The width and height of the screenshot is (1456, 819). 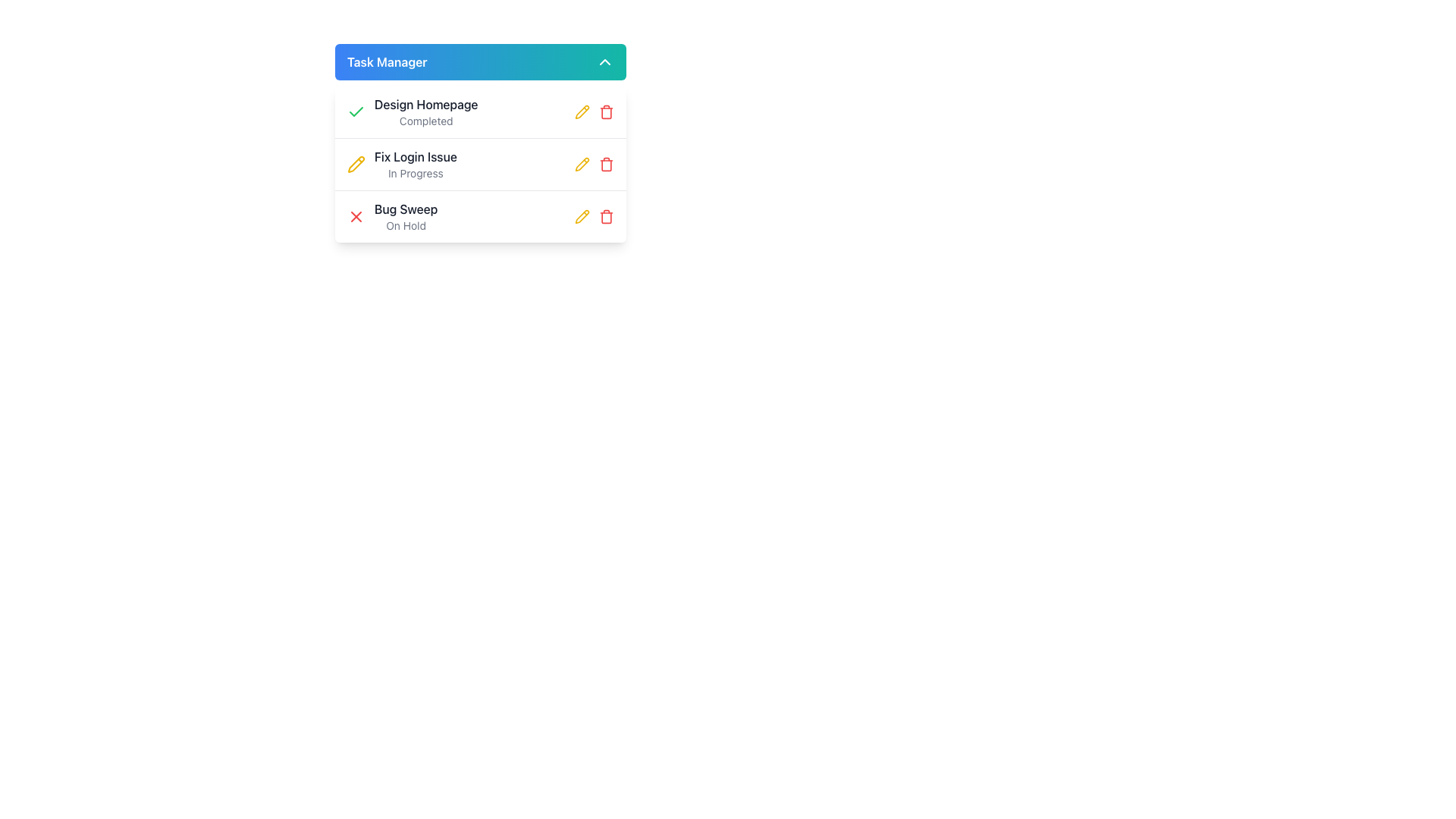 I want to click on the task labeled 'Design Homepage', so click(x=413, y=111).